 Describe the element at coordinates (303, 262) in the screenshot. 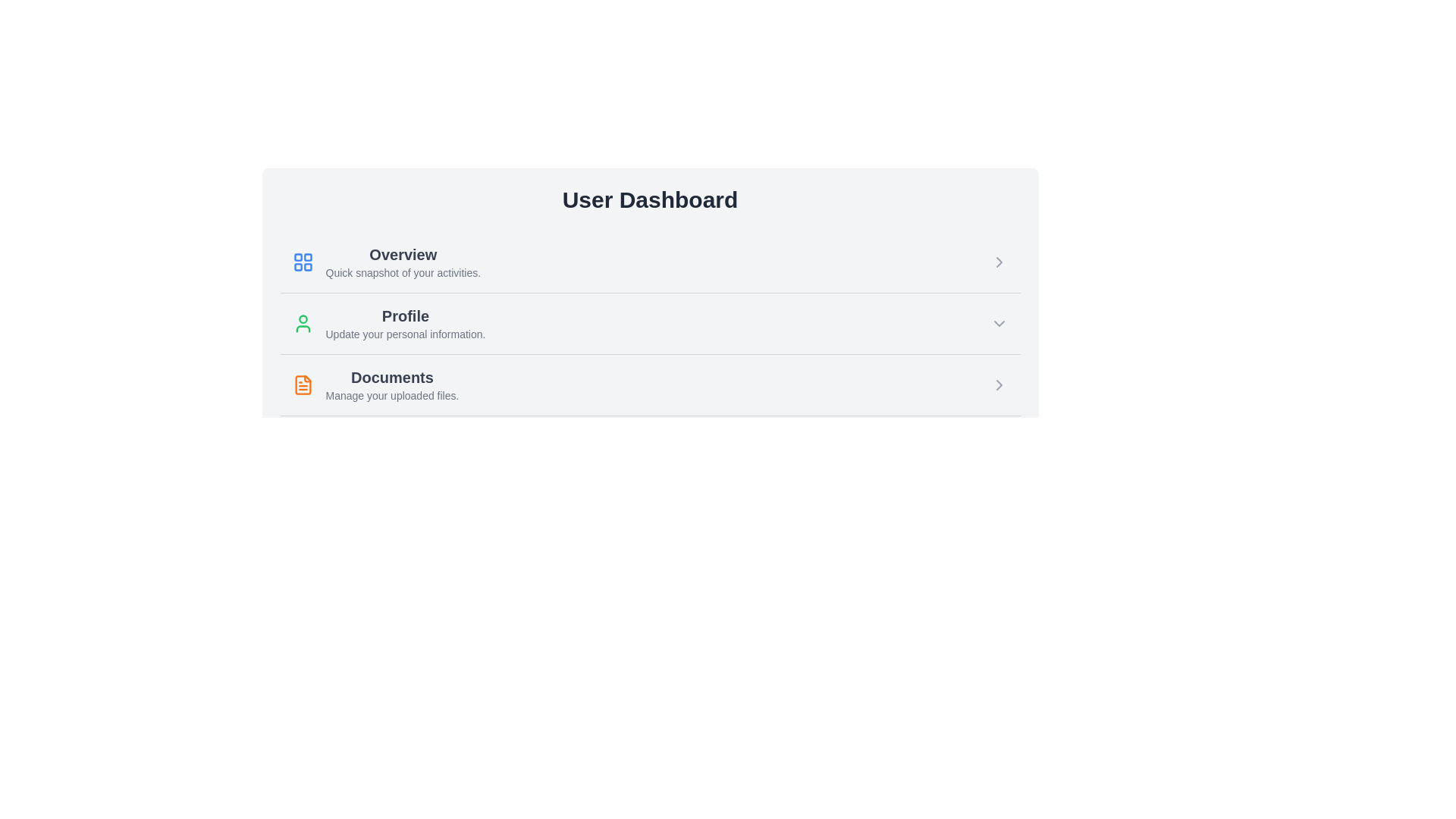

I see `the blue grid icon representing the interactive section indicator located to the left of the 'Overview' text in the vertical menu` at that location.